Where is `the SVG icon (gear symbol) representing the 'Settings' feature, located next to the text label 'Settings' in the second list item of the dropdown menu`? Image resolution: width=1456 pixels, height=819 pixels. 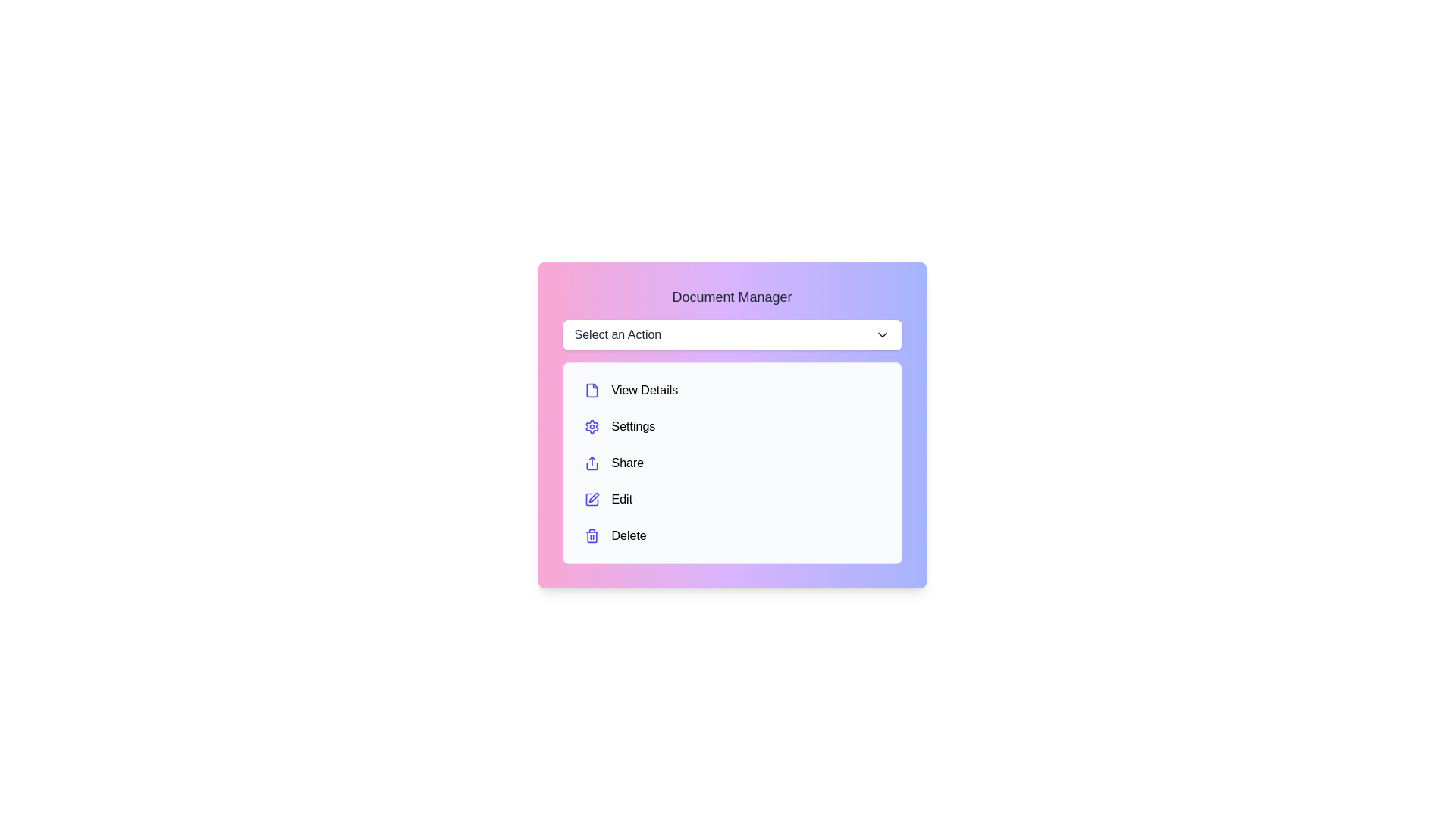
the SVG icon (gear symbol) representing the 'Settings' feature, located next to the text label 'Settings' in the second list item of the dropdown menu is located at coordinates (591, 427).